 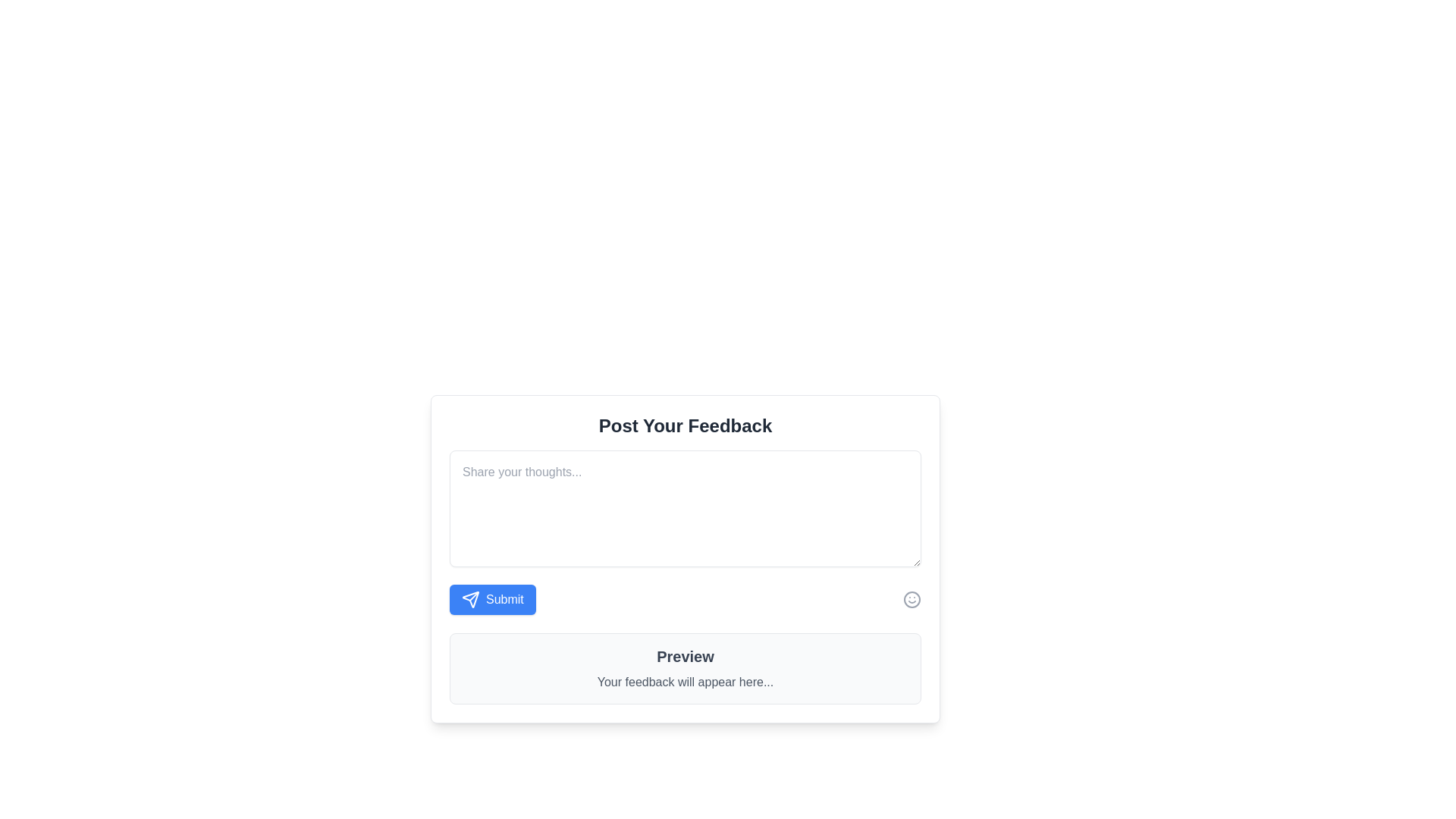 I want to click on the central circular outline of the smiley face icon, which is located at the bottom right of the feedback form UI, so click(x=912, y=598).